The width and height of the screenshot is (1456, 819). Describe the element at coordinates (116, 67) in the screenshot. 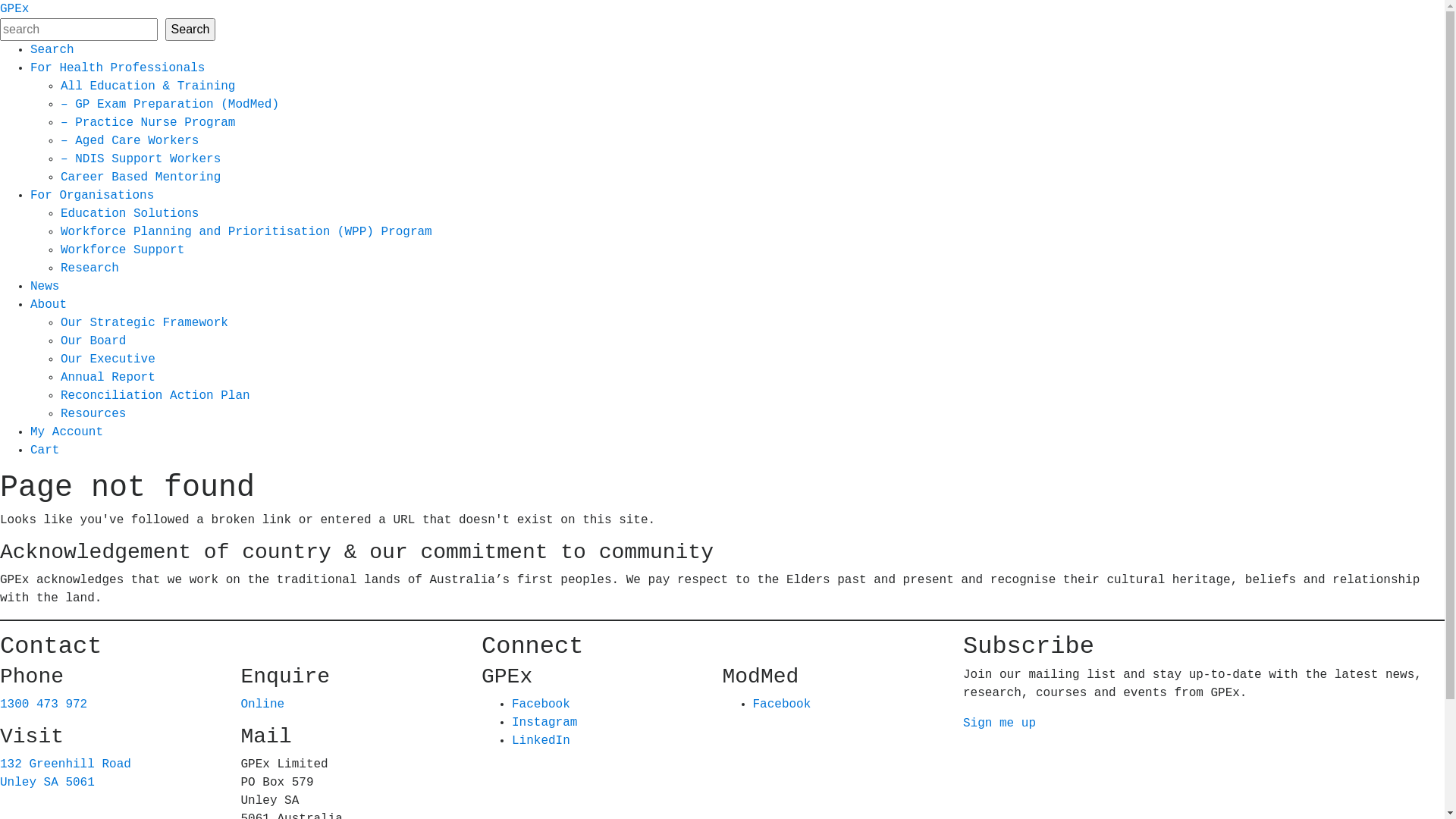

I see `'For Health Professionals'` at that location.